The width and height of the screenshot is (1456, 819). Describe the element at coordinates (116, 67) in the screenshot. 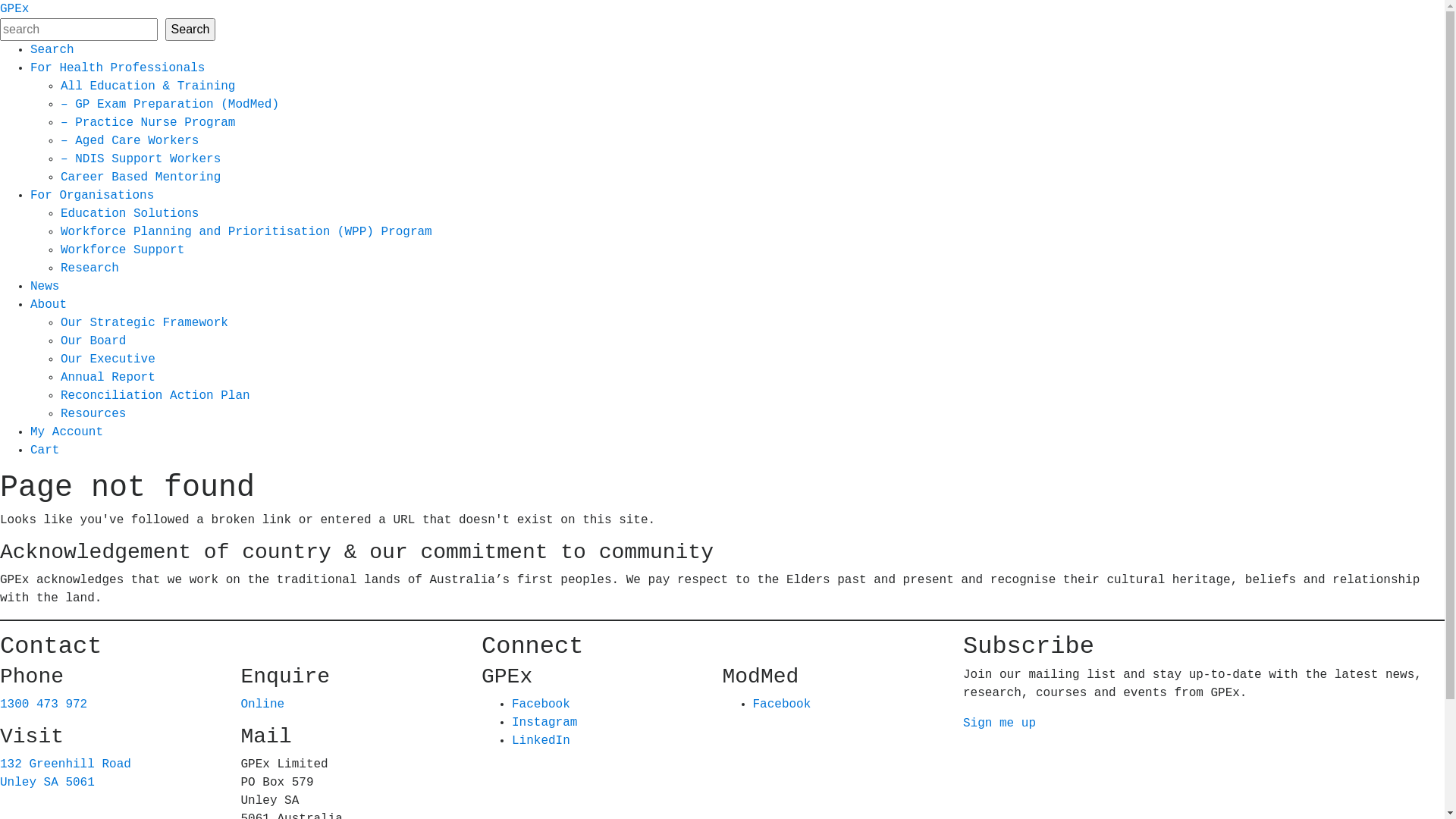

I see `'For Health Professionals'` at that location.